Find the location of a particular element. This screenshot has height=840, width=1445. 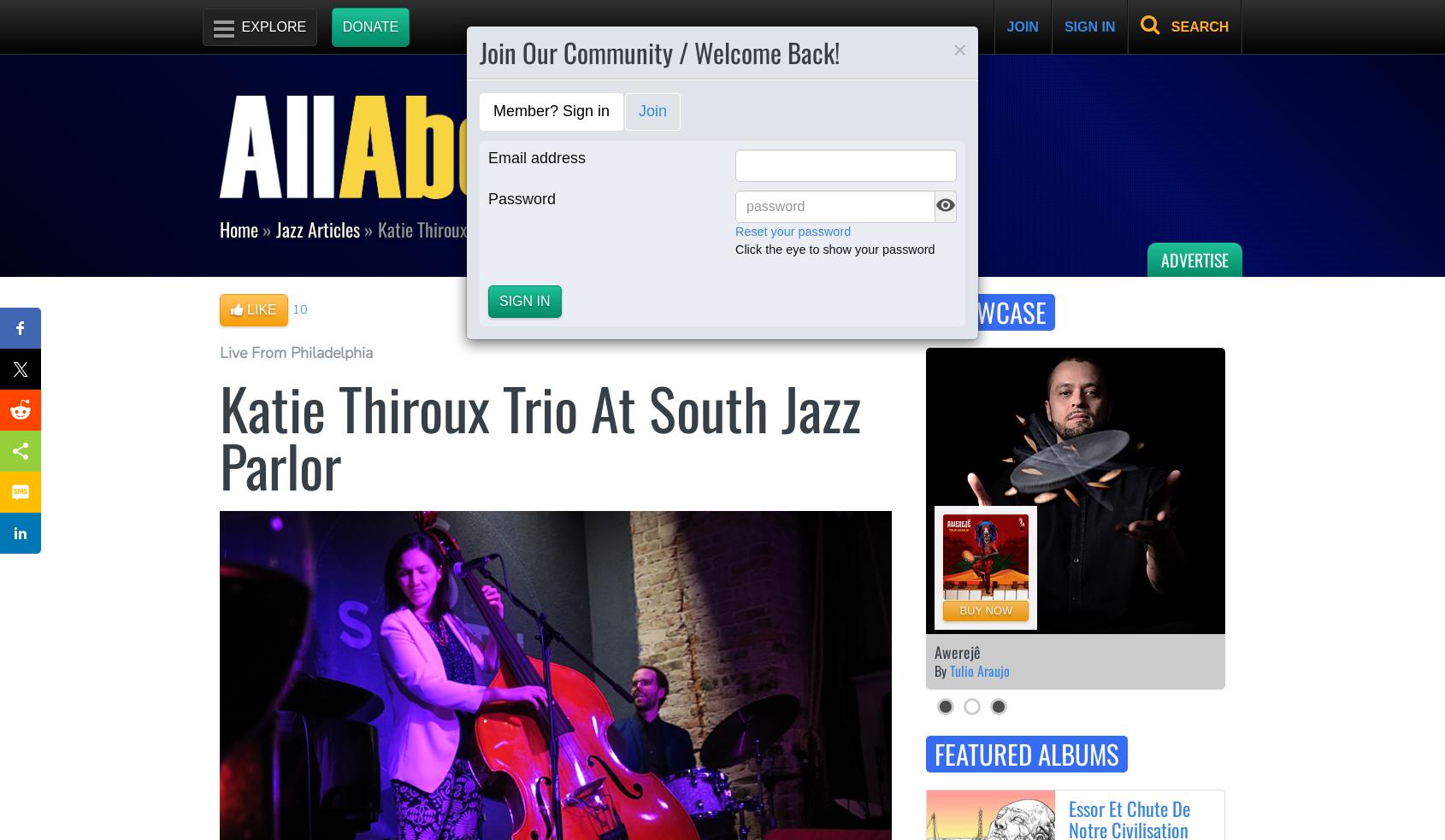

'10' is located at coordinates (298, 308).